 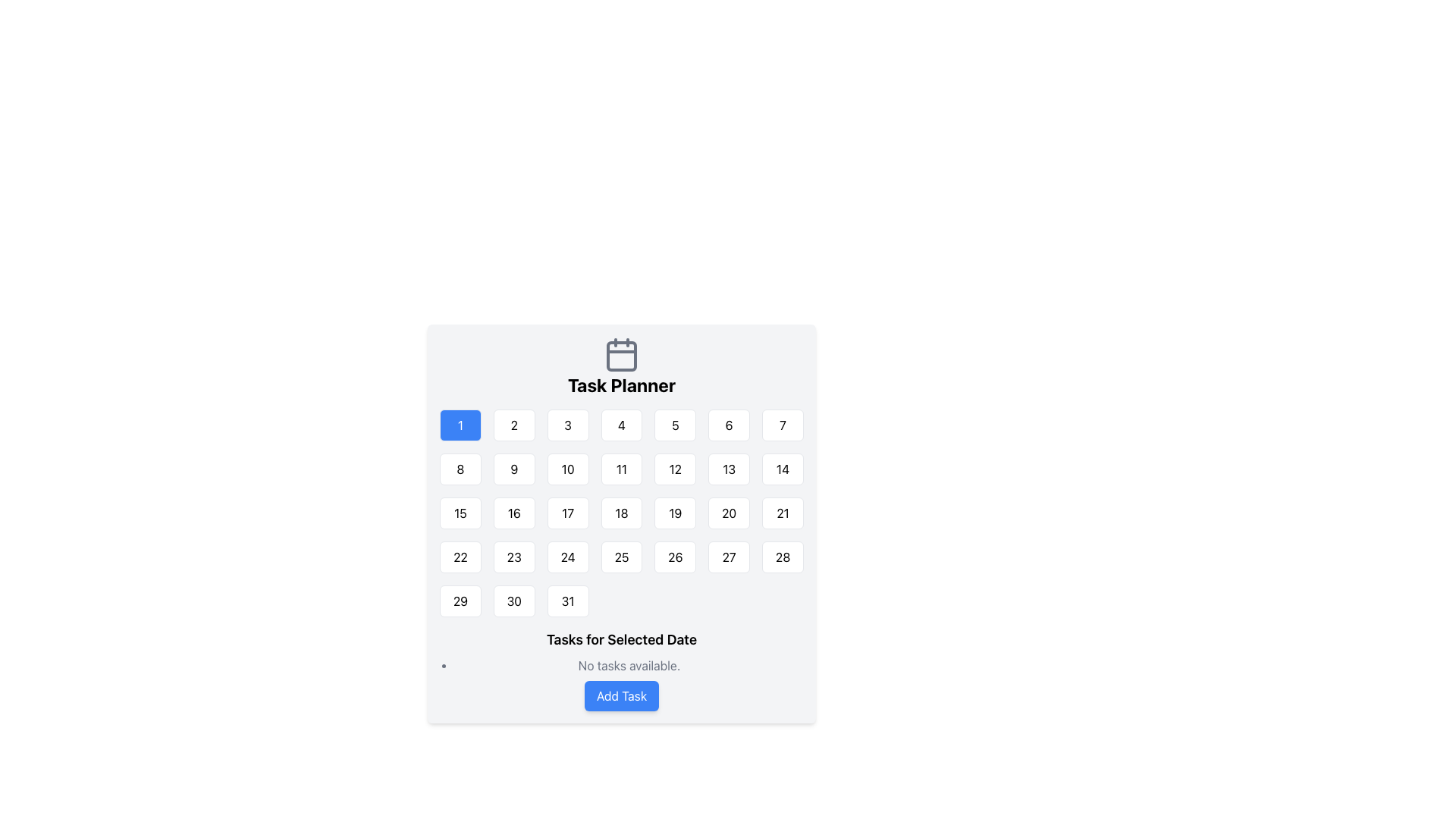 I want to click on the day selector button for the 11th day of the month, so click(x=622, y=468).